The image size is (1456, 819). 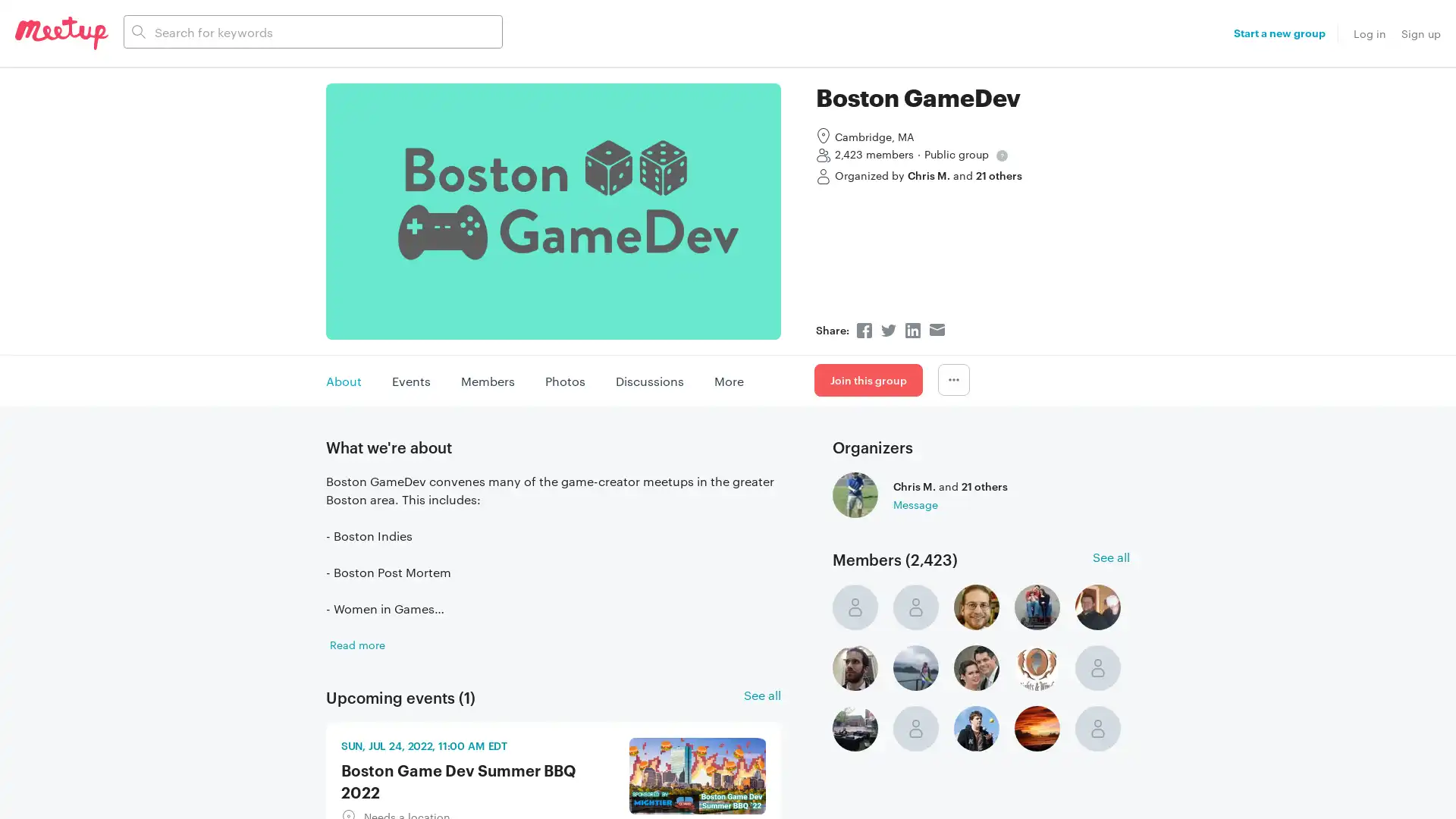 What do you see at coordinates (356, 643) in the screenshot?
I see `Read more` at bounding box center [356, 643].